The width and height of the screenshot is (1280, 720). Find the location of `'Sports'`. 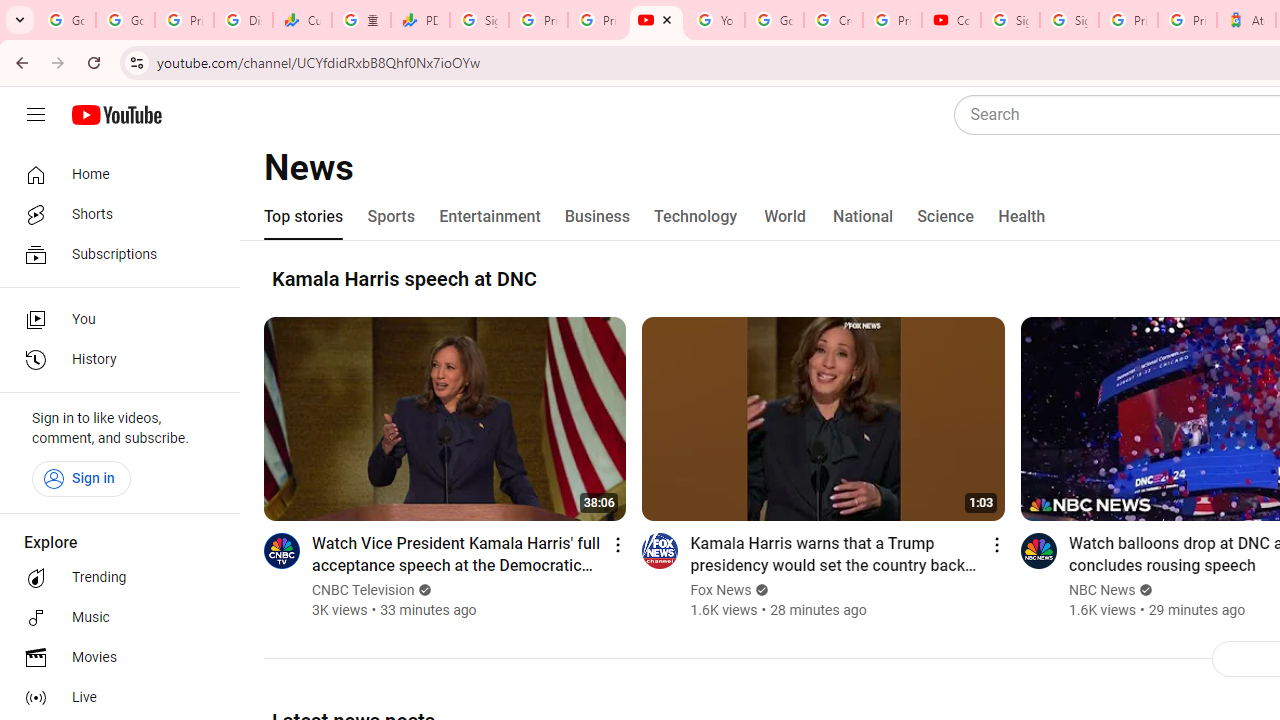

'Sports' is located at coordinates (391, 217).